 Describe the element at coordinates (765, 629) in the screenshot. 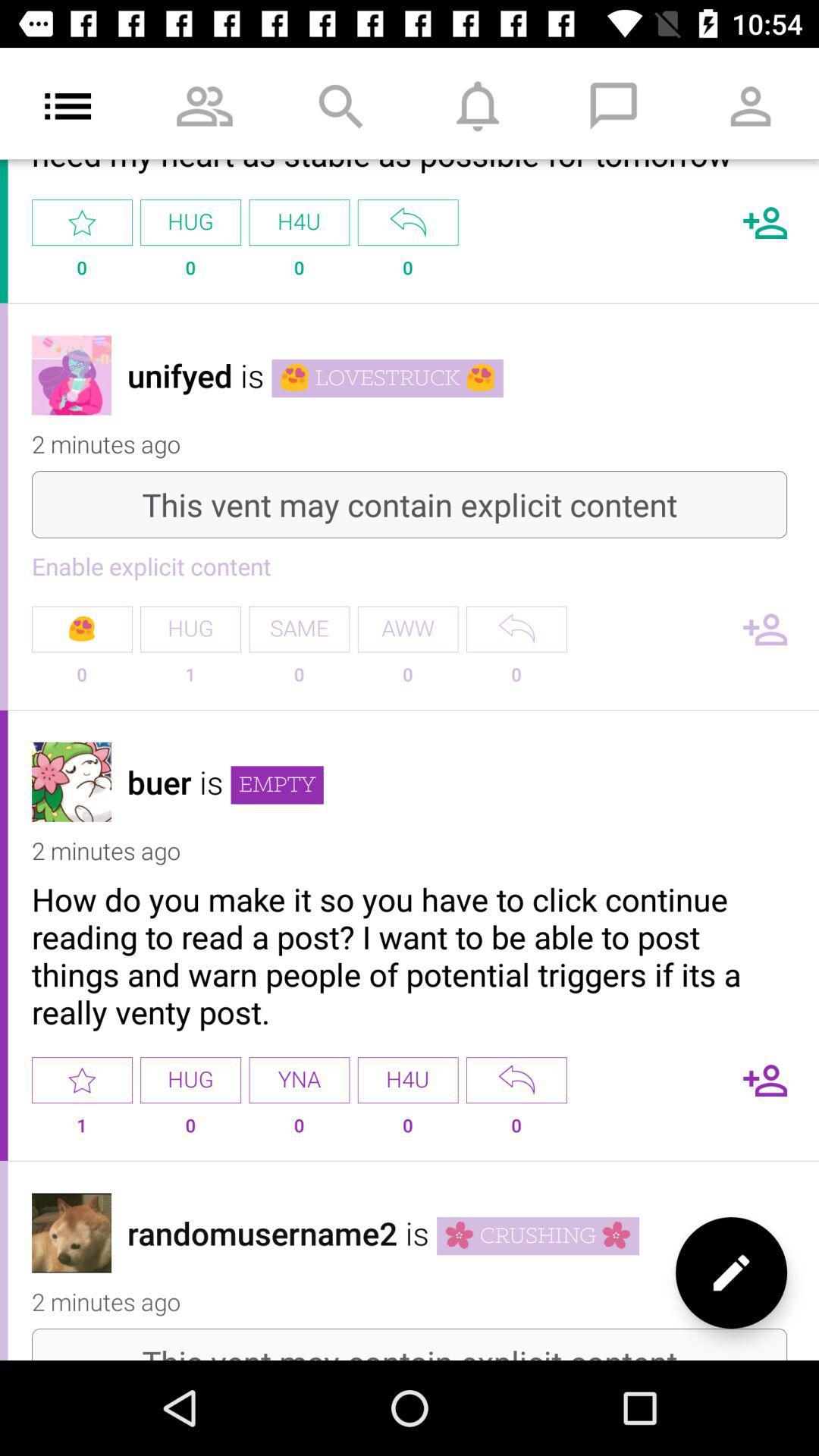

I see `number of followers` at that location.